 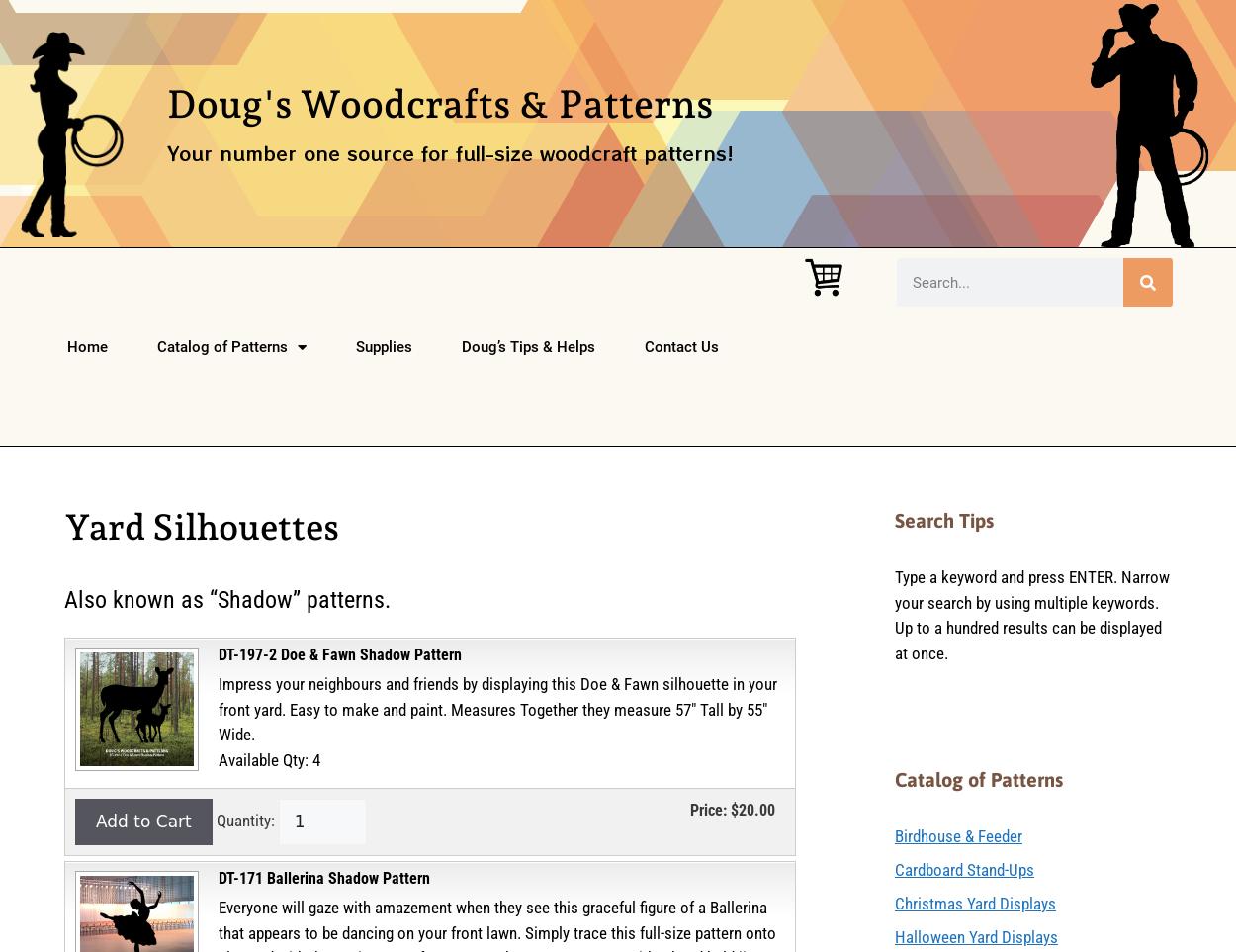 What do you see at coordinates (269, 758) in the screenshot?
I see `'Available Qty: 4'` at bounding box center [269, 758].